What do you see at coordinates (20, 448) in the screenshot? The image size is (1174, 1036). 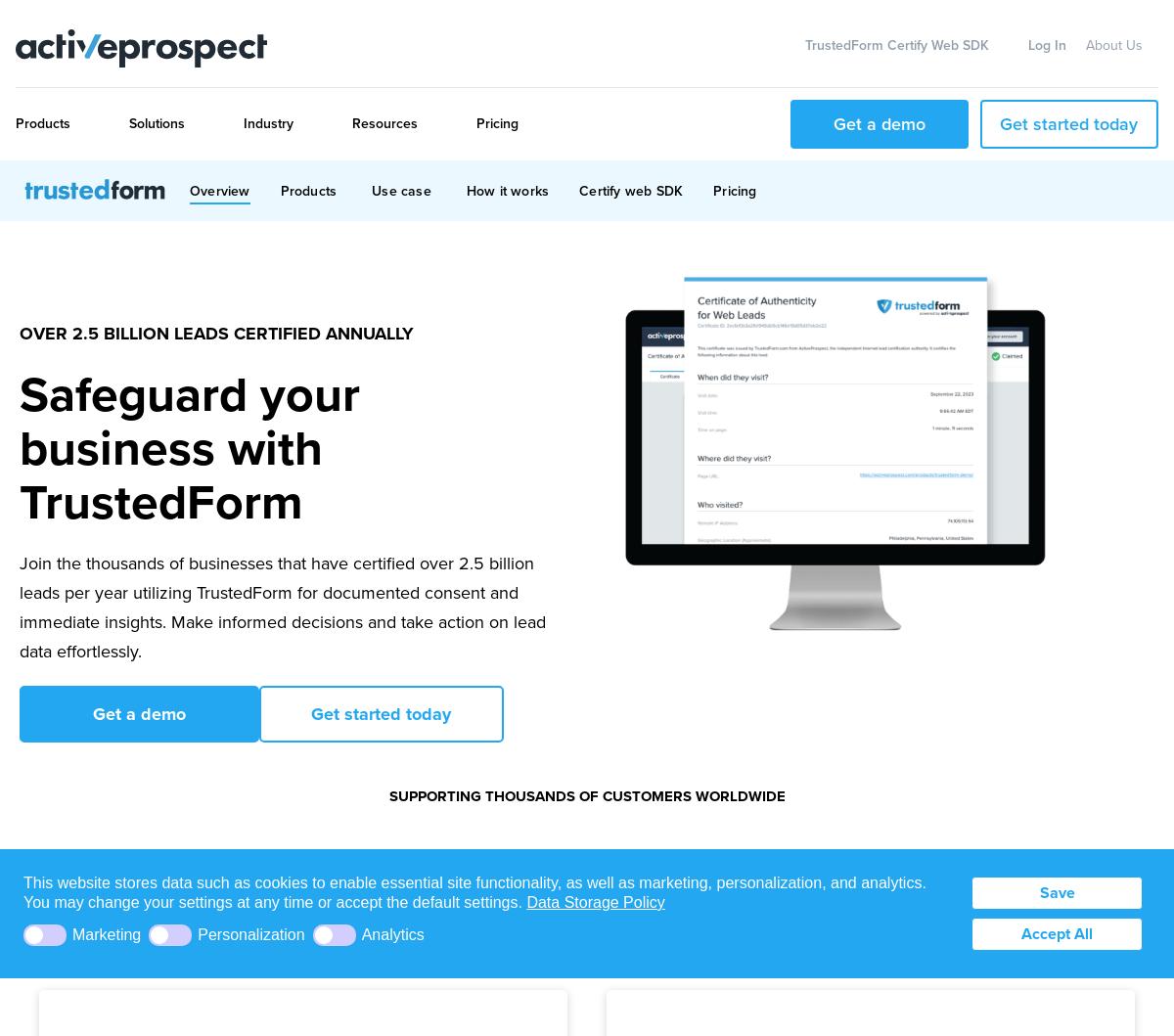 I see `'Safeguard your business with TrustedForm'` at bounding box center [20, 448].